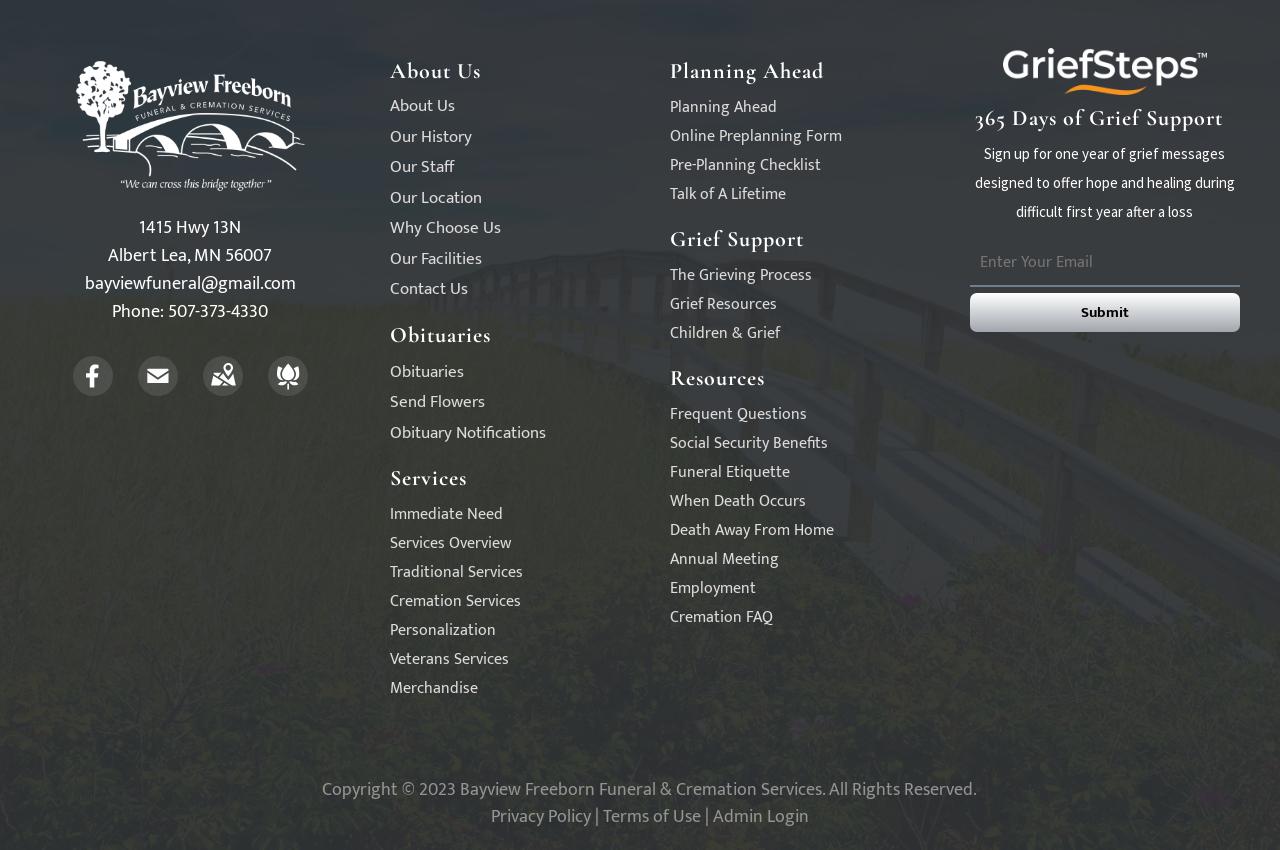 The width and height of the screenshot is (1280, 850). Describe the element at coordinates (669, 501) in the screenshot. I see `'When Death Occurs'` at that location.